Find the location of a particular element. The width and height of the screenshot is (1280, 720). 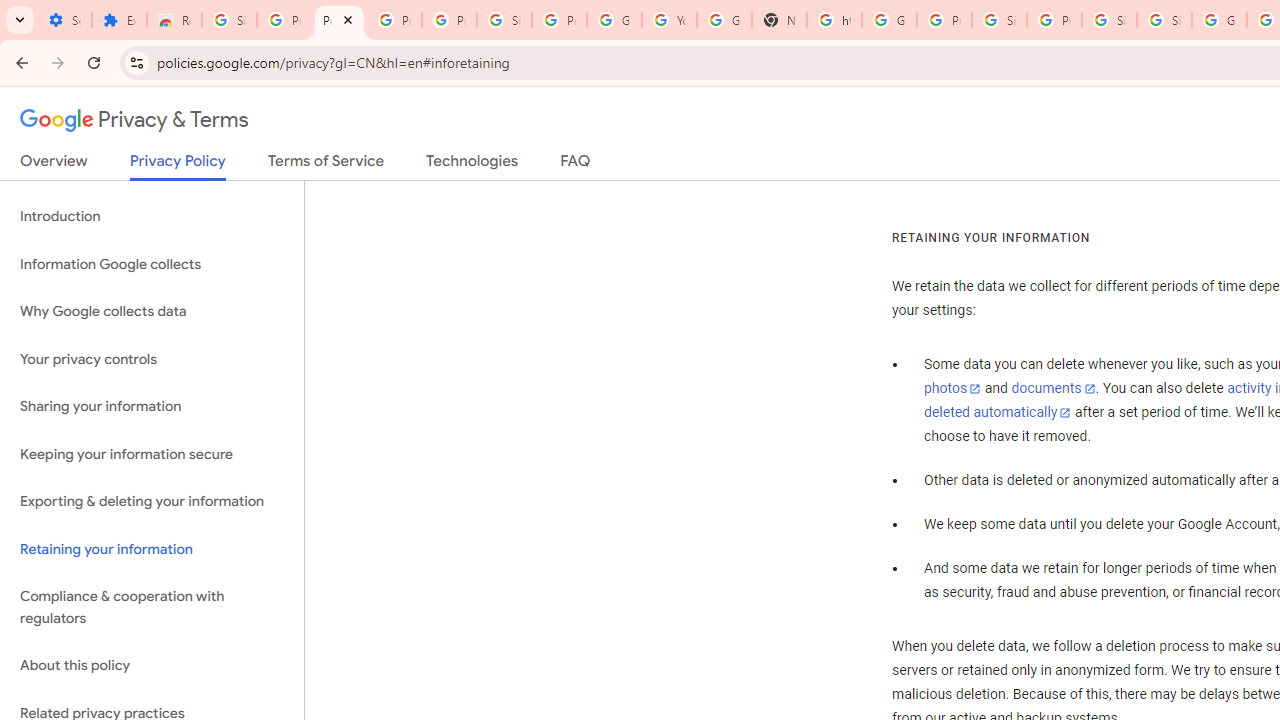

'Information Google collects' is located at coordinates (151, 263).